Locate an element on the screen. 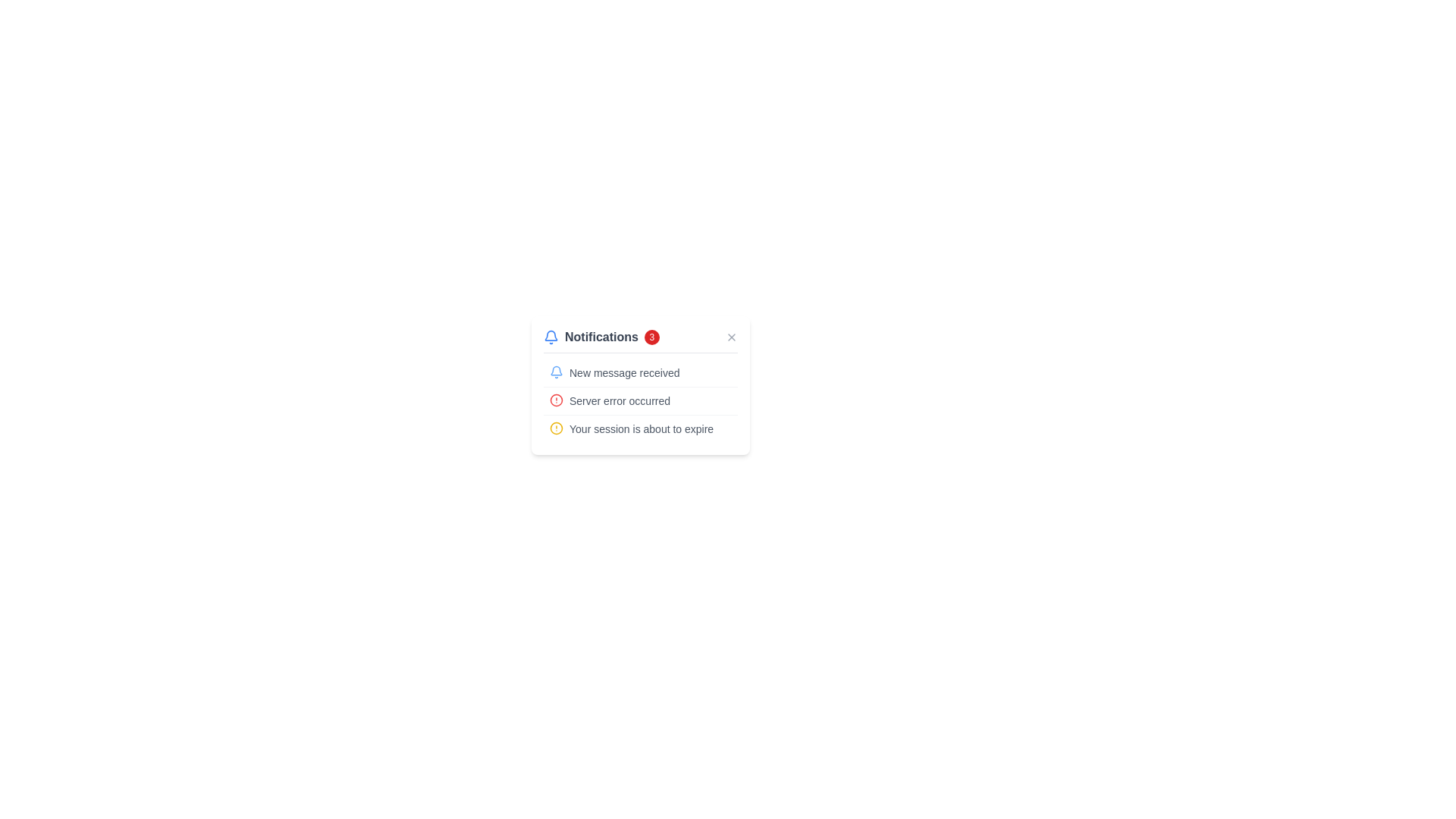  the bell icon's base element within the notifications popup, which visually represents notifications is located at coordinates (550, 334).